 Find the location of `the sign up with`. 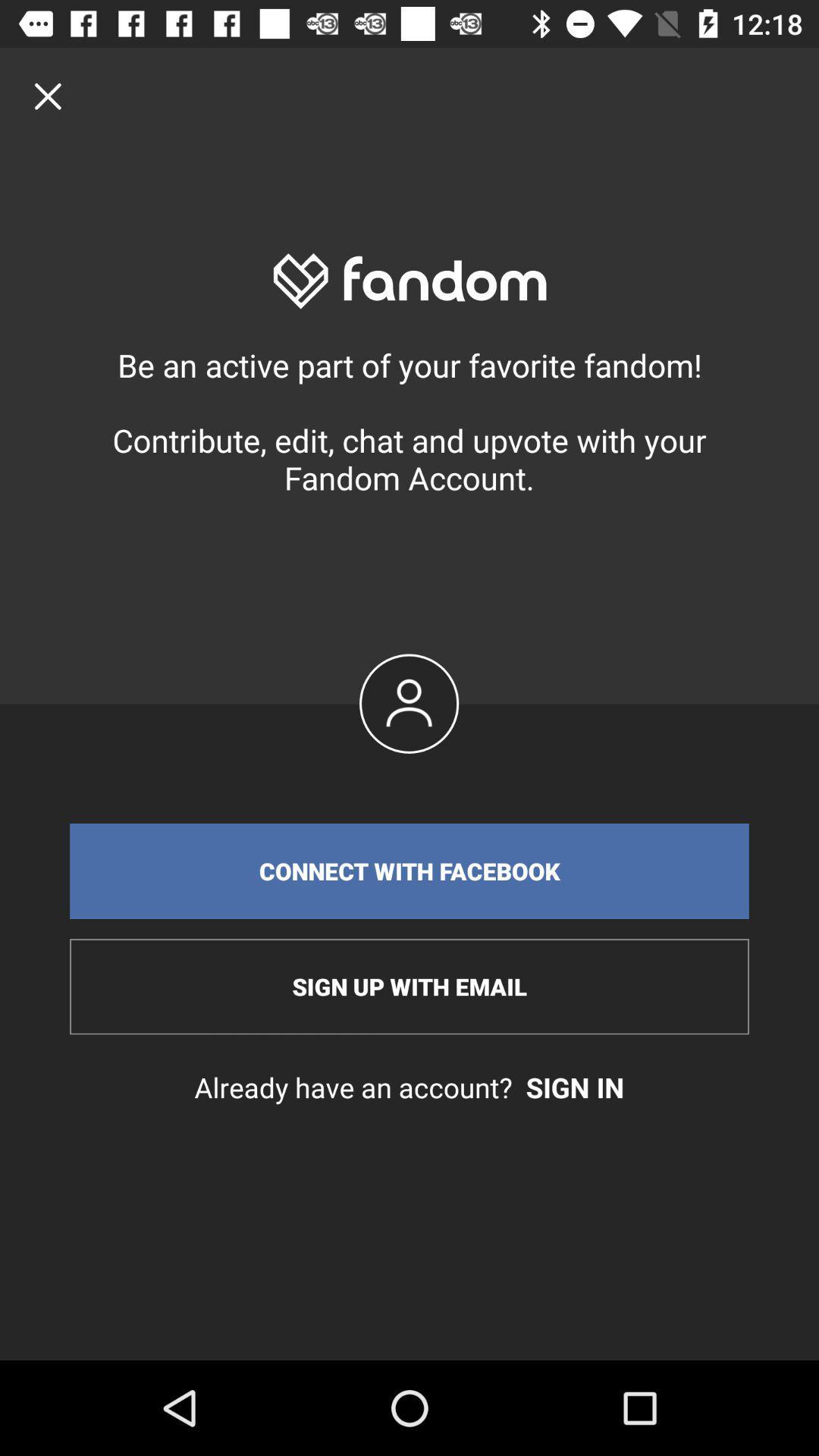

the sign up with is located at coordinates (409, 987).